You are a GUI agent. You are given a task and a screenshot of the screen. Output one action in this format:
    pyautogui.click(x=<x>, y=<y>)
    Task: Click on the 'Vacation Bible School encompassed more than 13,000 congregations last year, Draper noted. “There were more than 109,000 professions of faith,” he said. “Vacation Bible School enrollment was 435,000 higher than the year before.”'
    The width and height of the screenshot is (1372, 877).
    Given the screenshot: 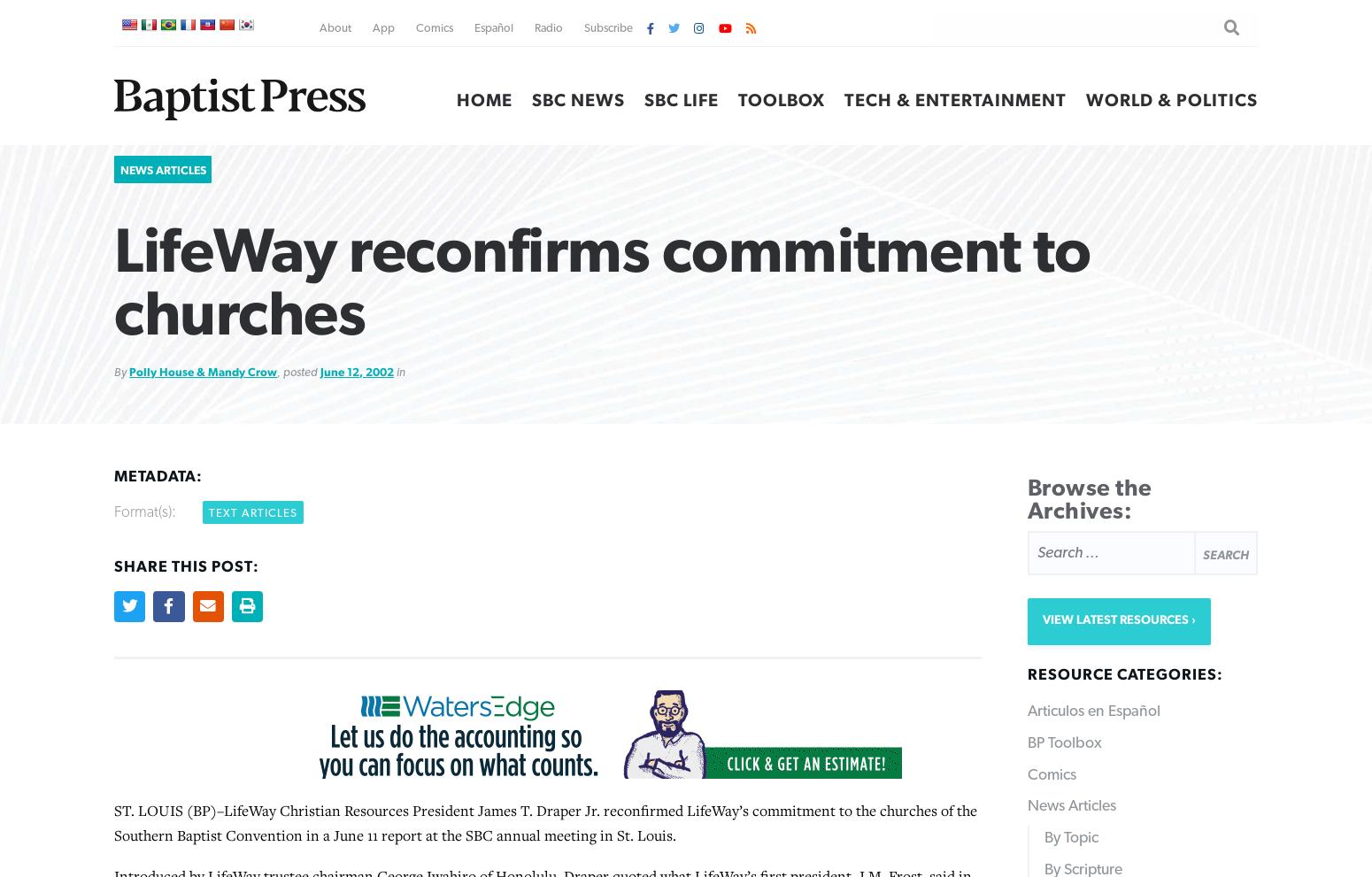 What is the action you would take?
    pyautogui.click(x=113, y=638)
    